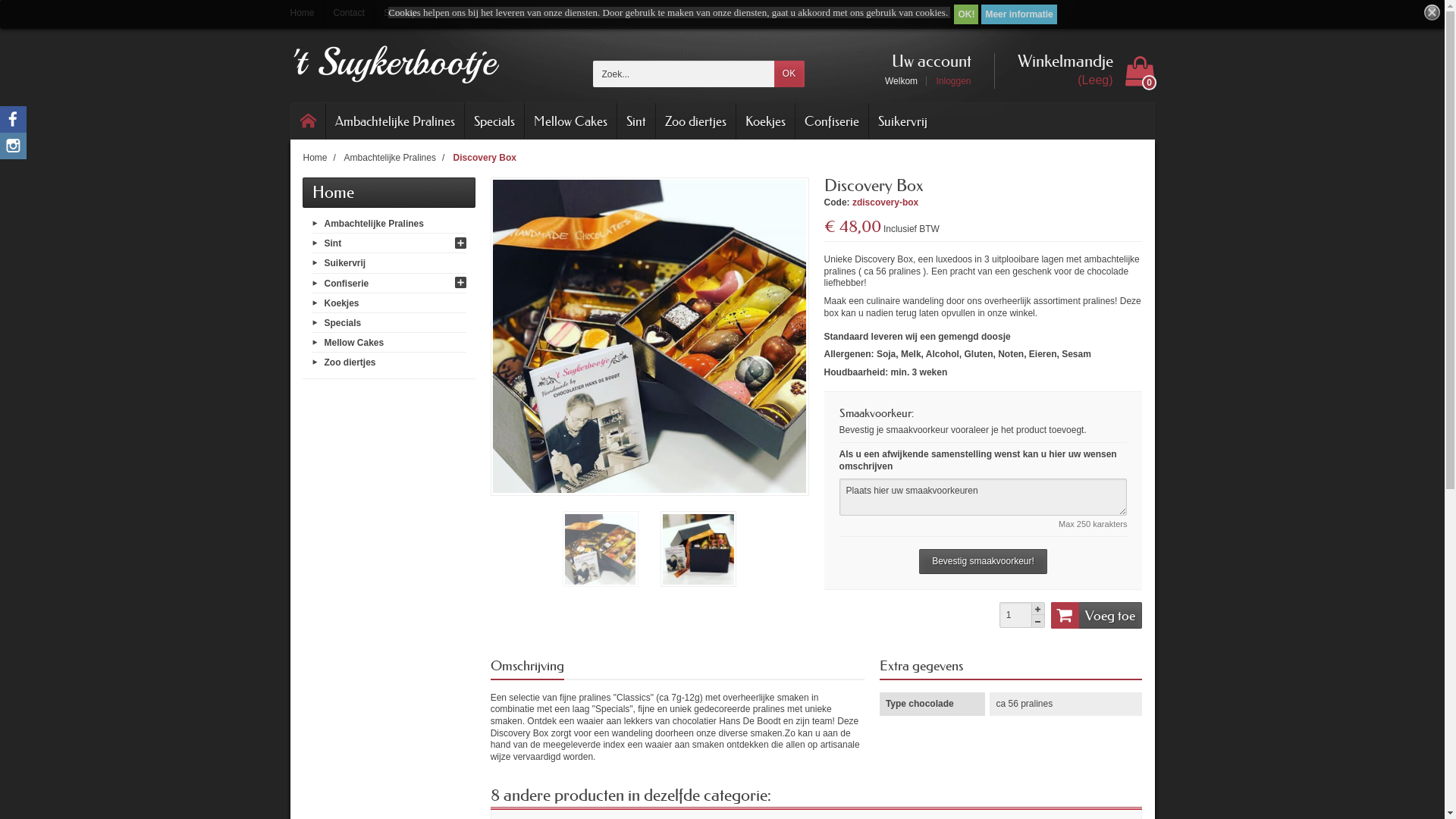 The image size is (1456, 819). What do you see at coordinates (884, 61) in the screenshot?
I see `'Uw account'` at bounding box center [884, 61].